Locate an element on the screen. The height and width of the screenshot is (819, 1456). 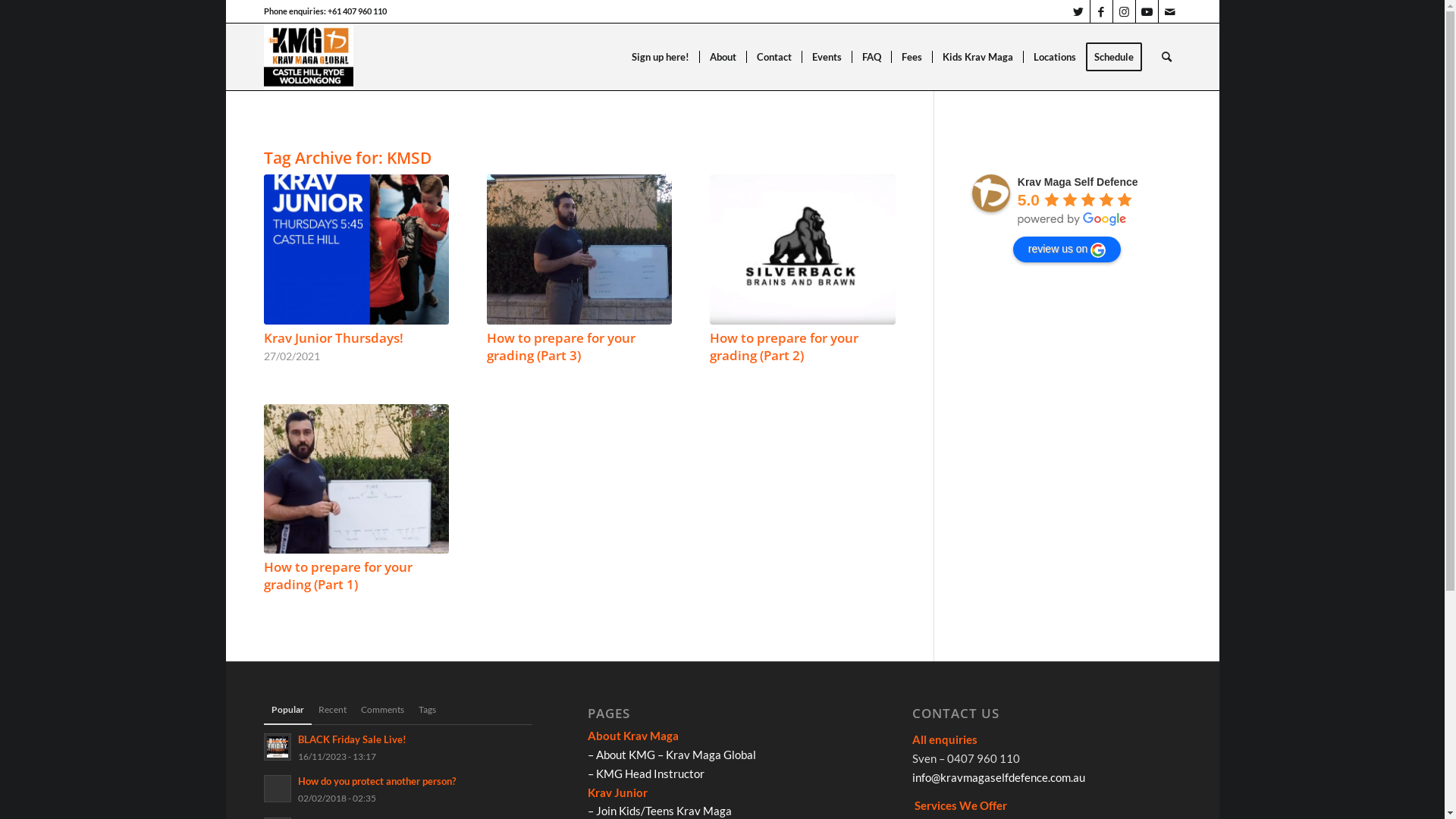
'powered by Google' is located at coordinates (1072, 219).